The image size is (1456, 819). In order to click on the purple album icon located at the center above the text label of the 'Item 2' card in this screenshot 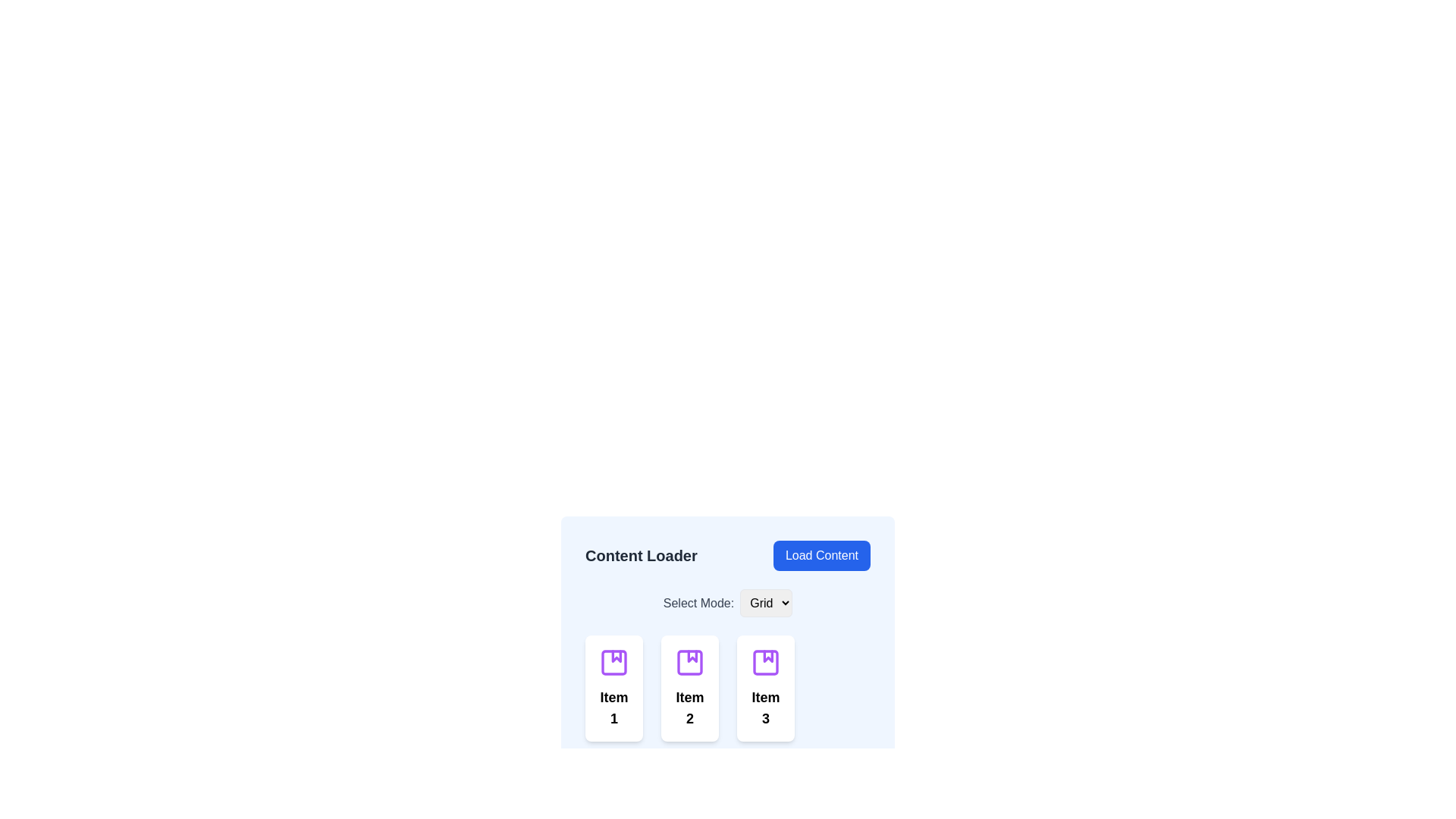, I will do `click(689, 662)`.